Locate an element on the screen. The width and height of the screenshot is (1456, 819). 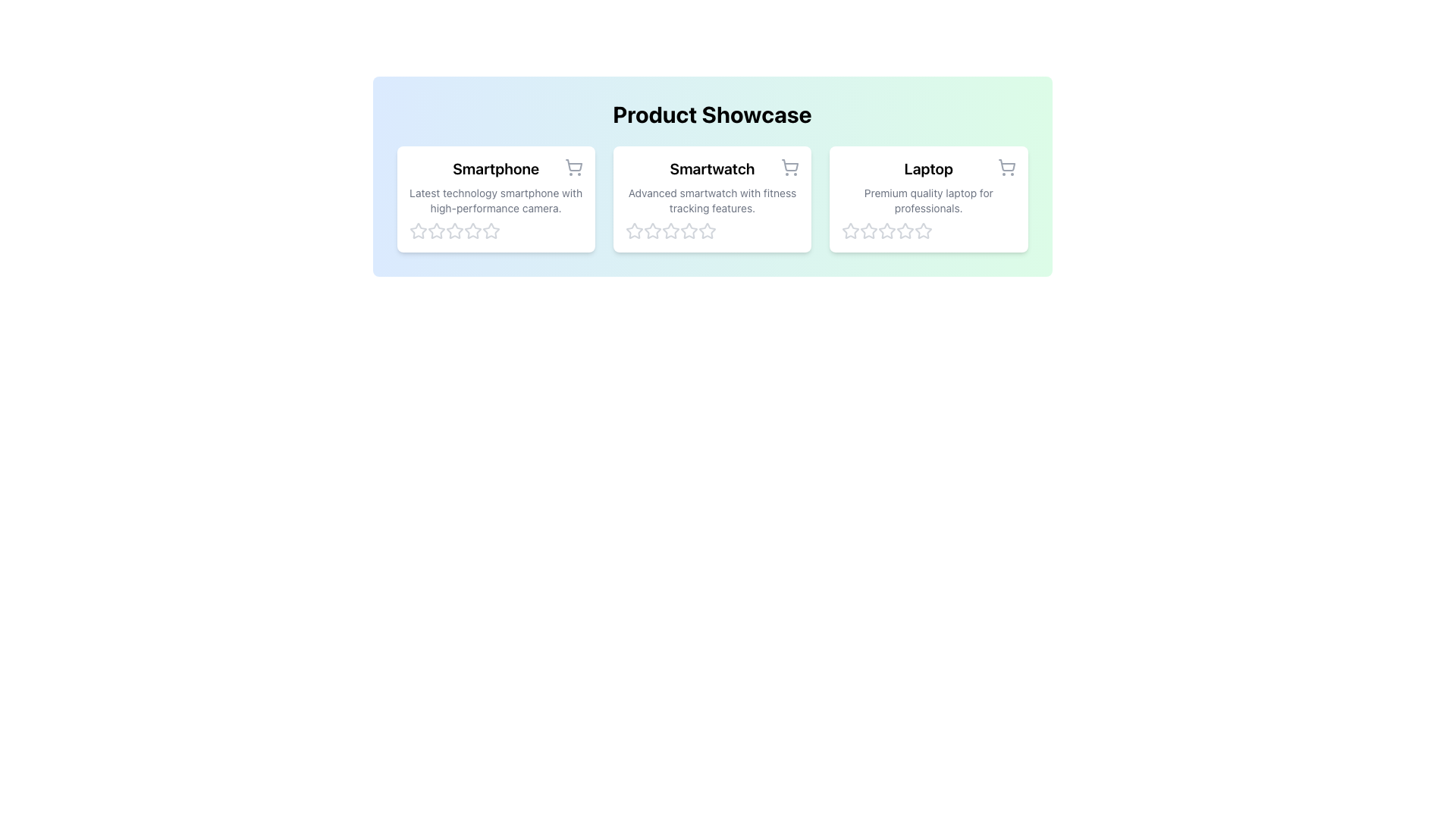
the third star icon in the rating system for the 'Smartwatch' product is located at coordinates (670, 231).